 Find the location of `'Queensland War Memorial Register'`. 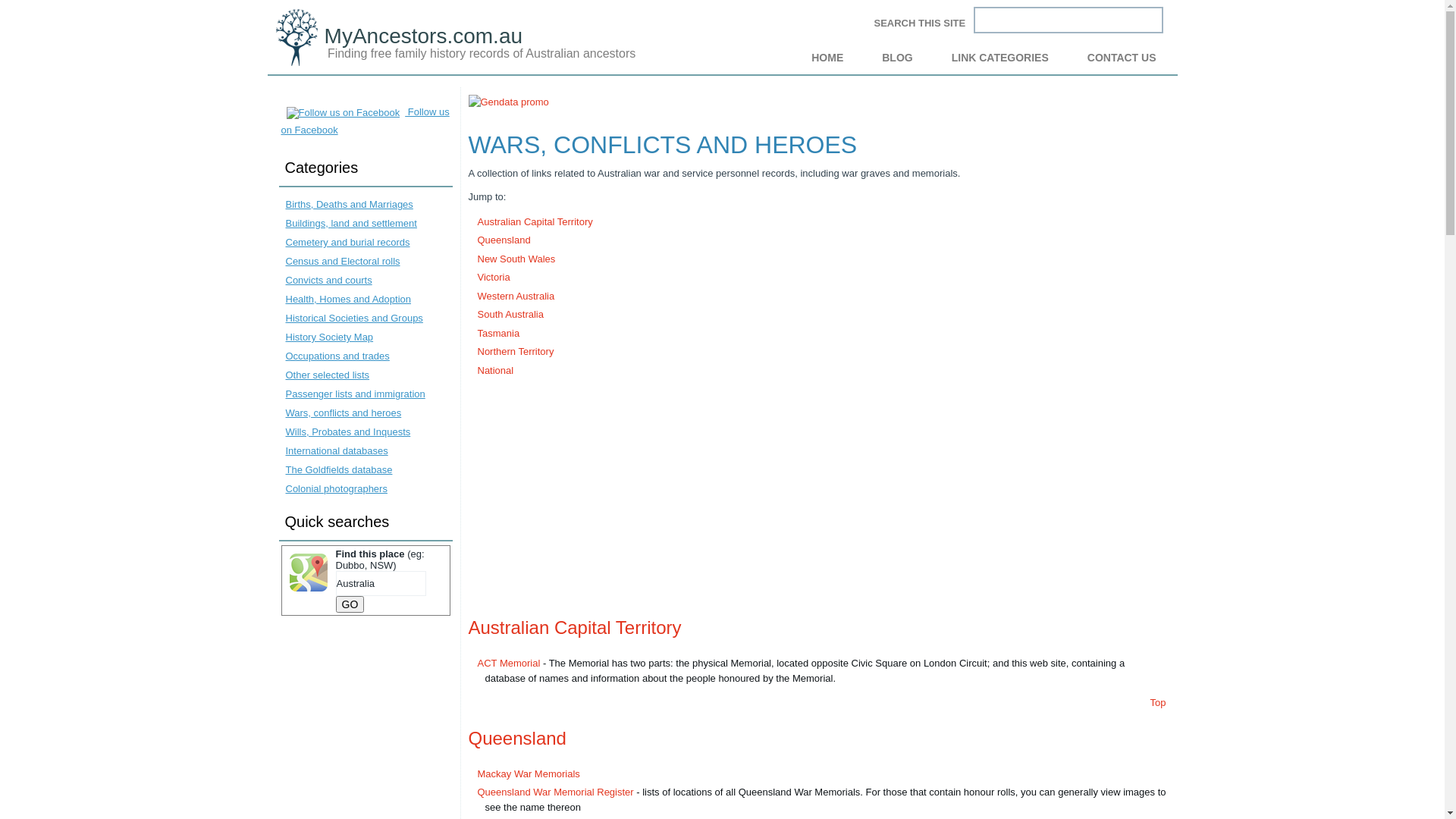

'Queensland War Memorial Register' is located at coordinates (555, 791).